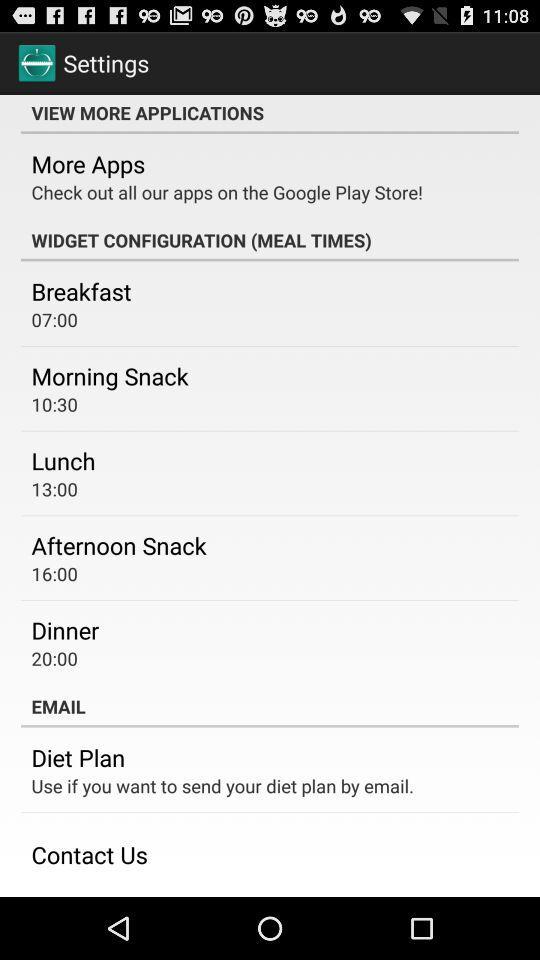  What do you see at coordinates (80, 290) in the screenshot?
I see `icon below the widget configuration meal` at bounding box center [80, 290].